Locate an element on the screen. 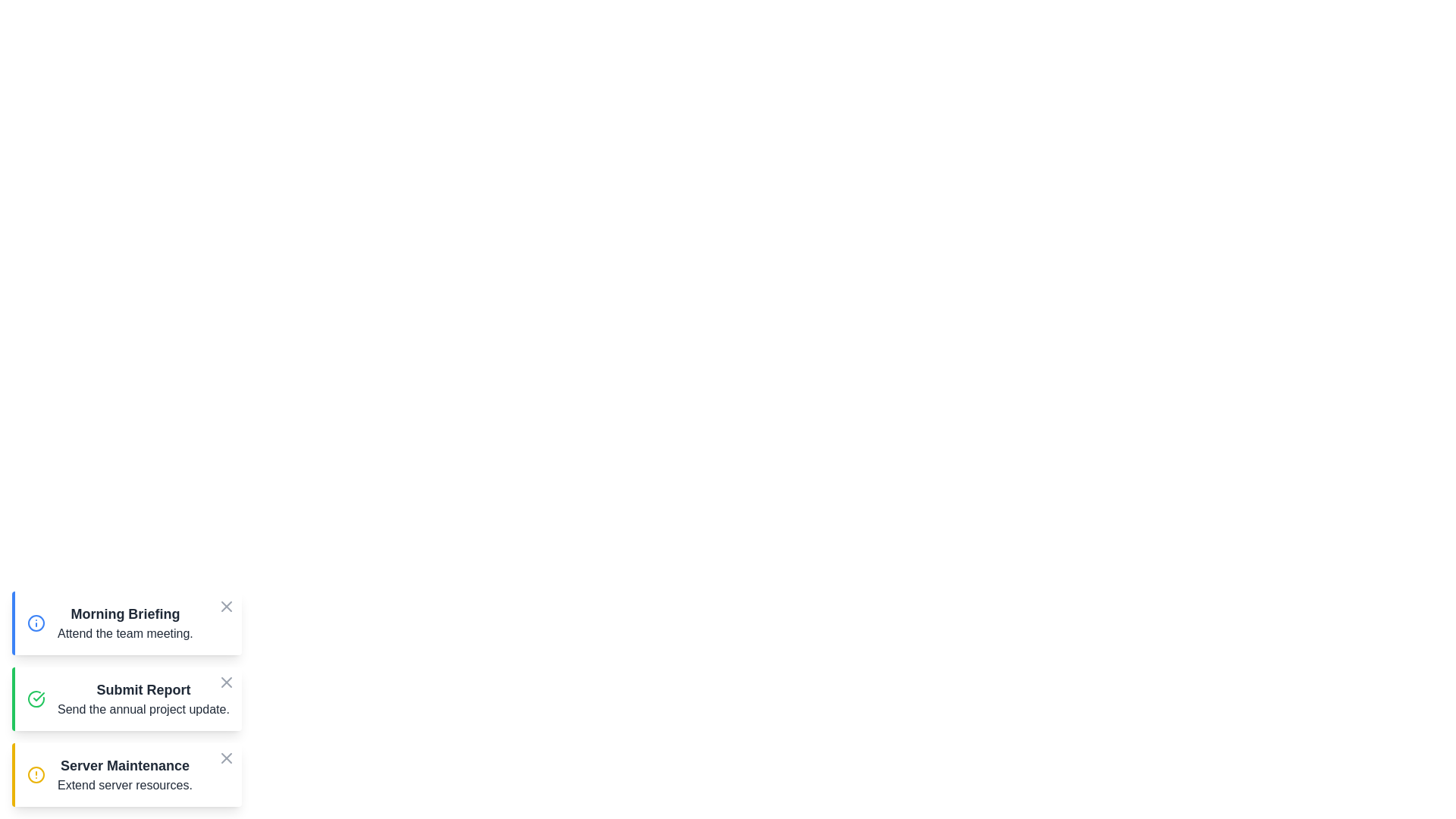 The image size is (1456, 819). the interactive 'X' icon button located in the second item of the list, right of the 'Submit Report' title is located at coordinates (225, 681).